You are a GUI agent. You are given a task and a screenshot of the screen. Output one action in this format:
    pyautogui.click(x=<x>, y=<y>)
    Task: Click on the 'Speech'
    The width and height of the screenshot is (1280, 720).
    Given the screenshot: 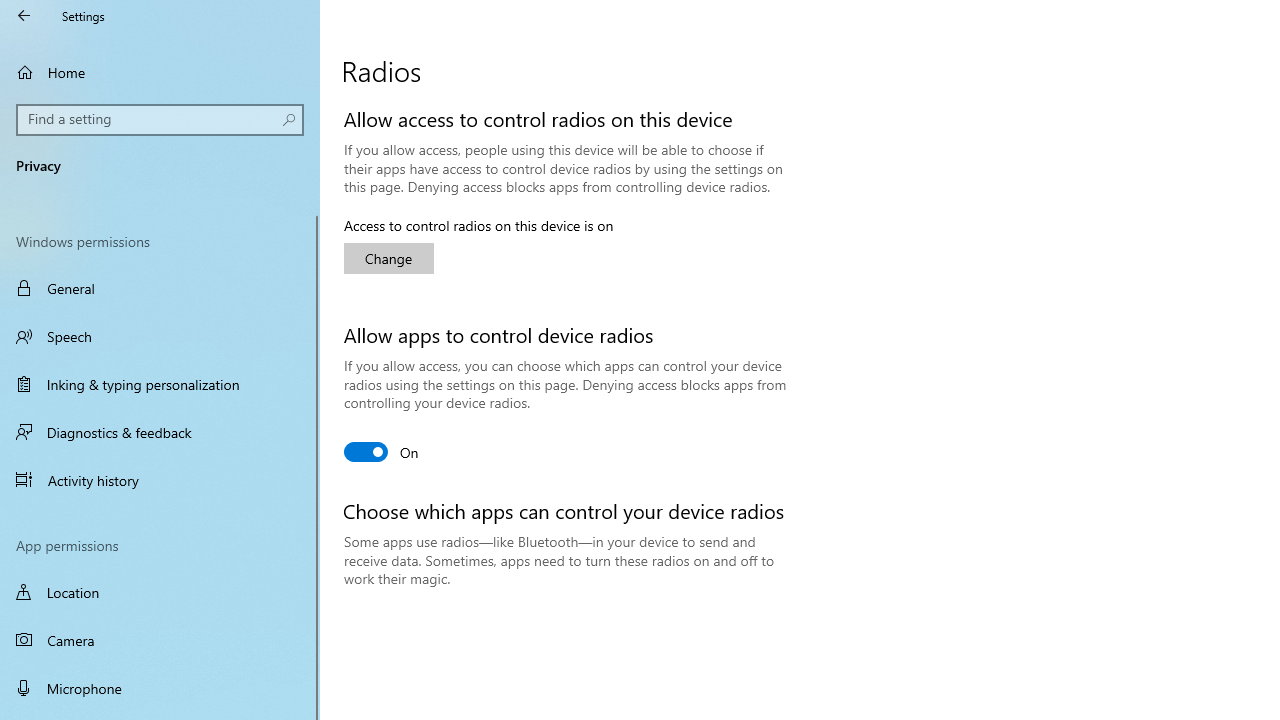 What is the action you would take?
    pyautogui.click(x=160, y=334)
    